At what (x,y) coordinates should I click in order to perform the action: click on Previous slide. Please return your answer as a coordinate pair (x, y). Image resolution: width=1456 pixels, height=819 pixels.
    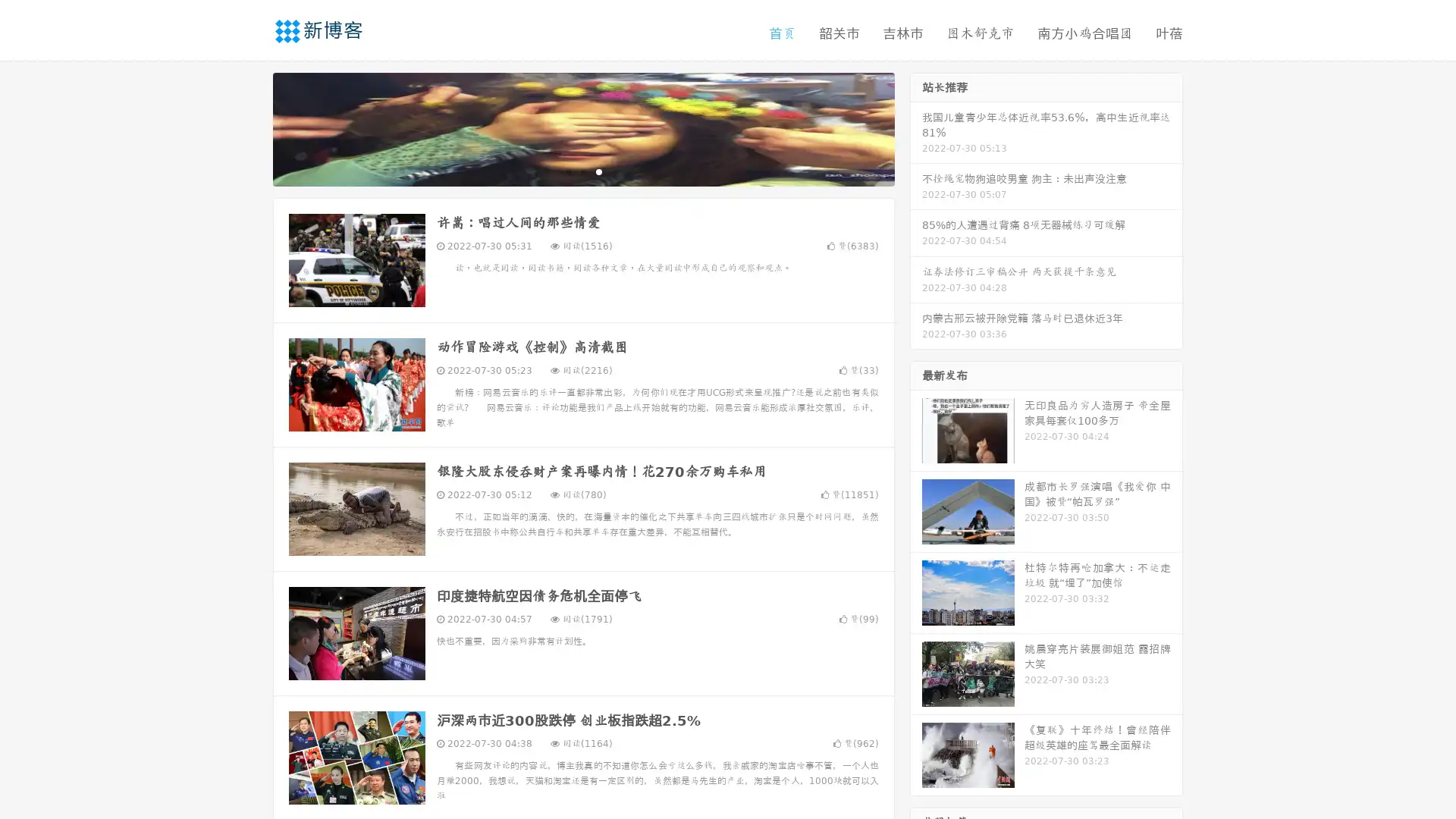
    Looking at the image, I should click on (250, 127).